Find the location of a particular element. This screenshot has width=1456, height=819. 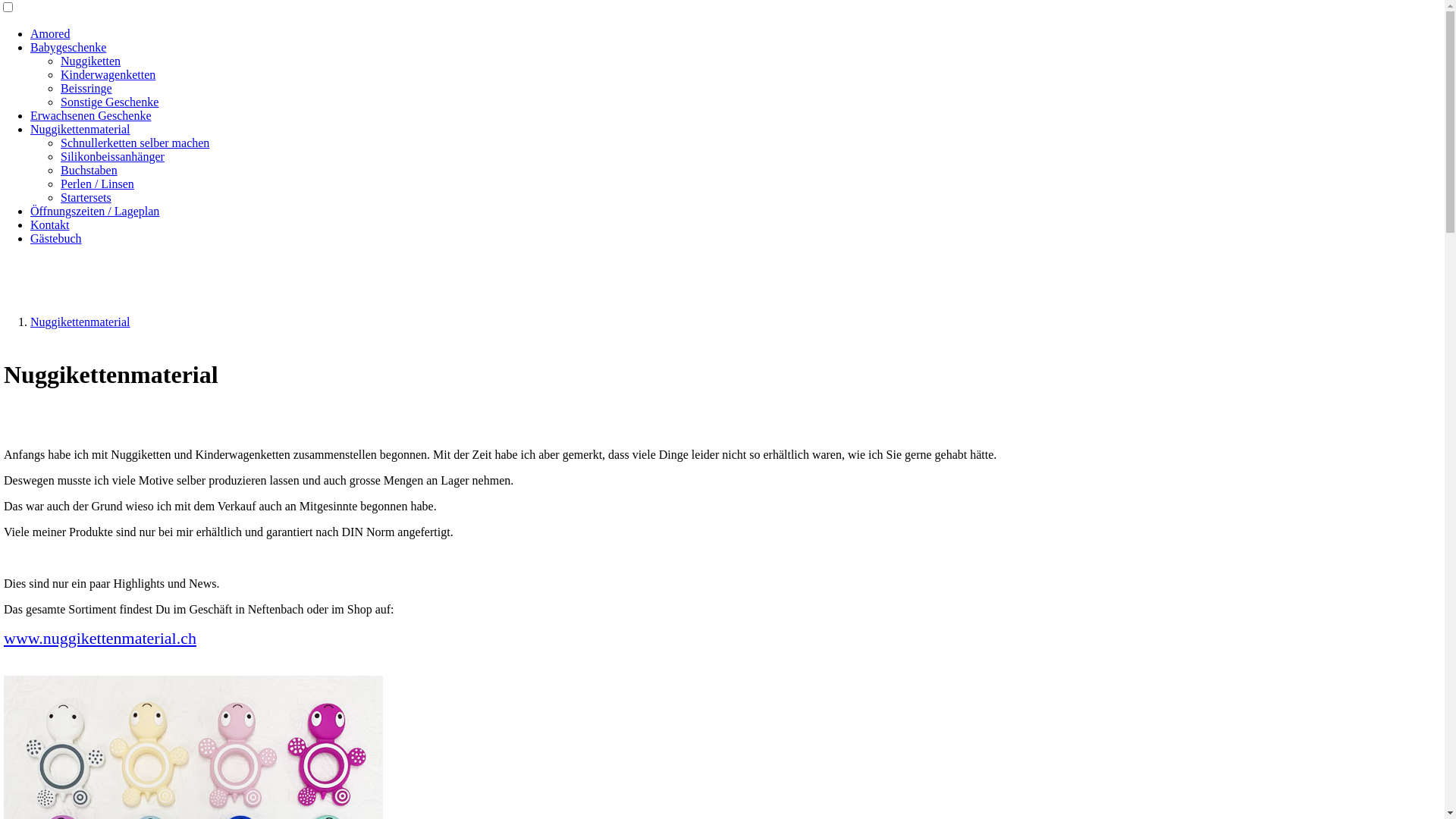

'Nuggiketten' is located at coordinates (61, 60).